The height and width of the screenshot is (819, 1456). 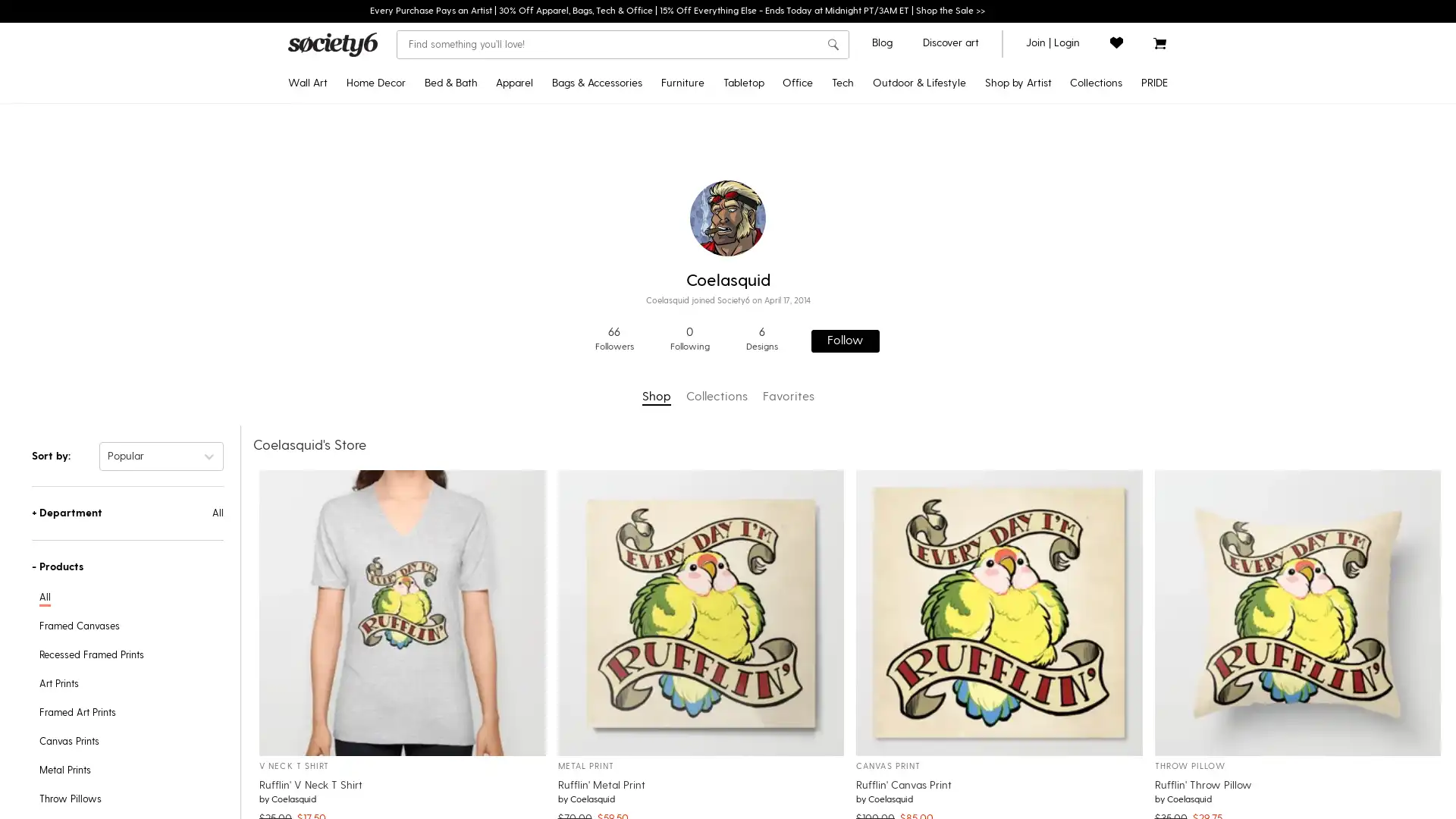 What do you see at coordinates (607, 292) in the screenshot?
I see `Face Masks` at bounding box center [607, 292].